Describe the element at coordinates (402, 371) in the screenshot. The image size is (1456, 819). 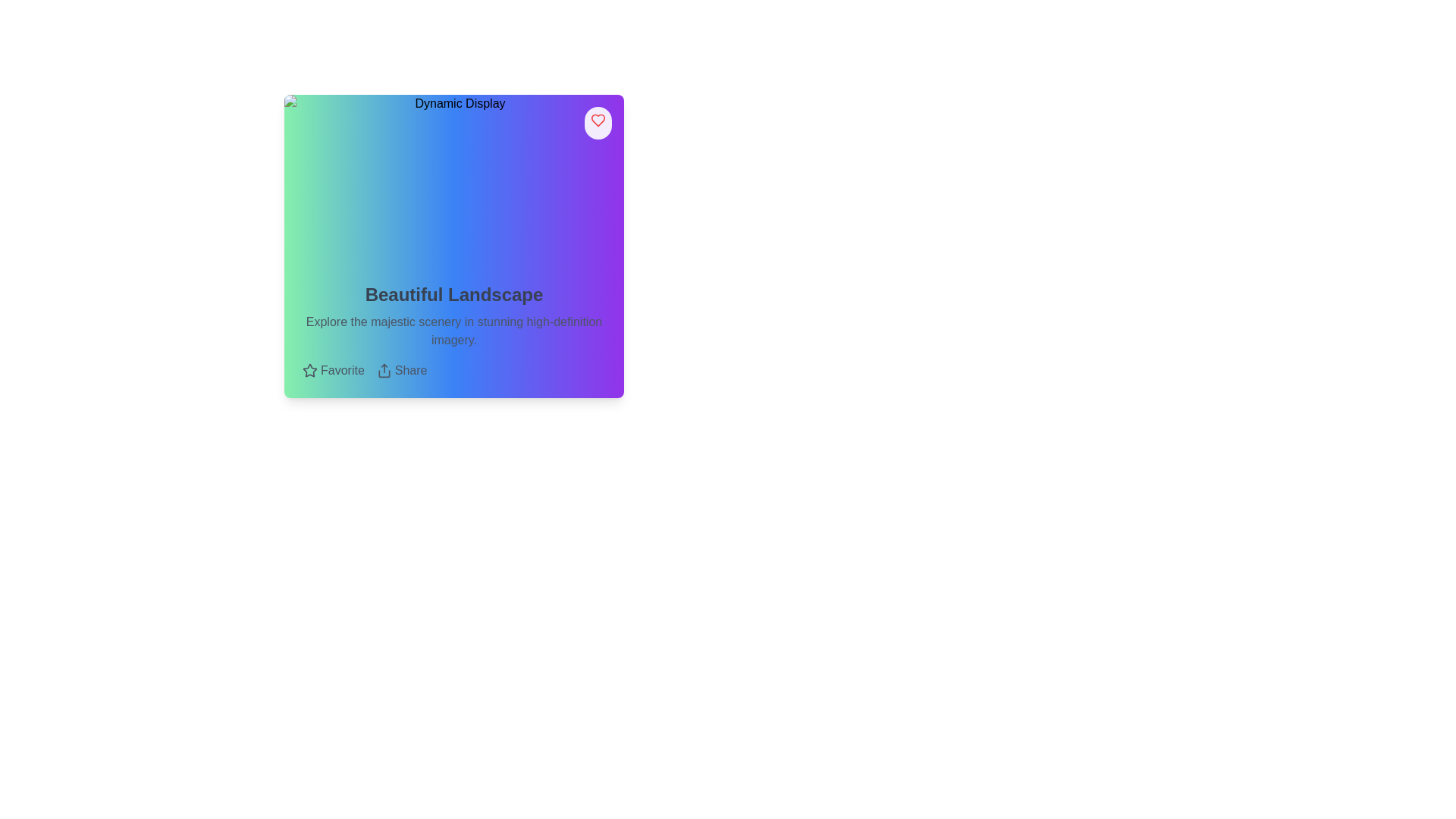
I see `the 'Share' button` at that location.